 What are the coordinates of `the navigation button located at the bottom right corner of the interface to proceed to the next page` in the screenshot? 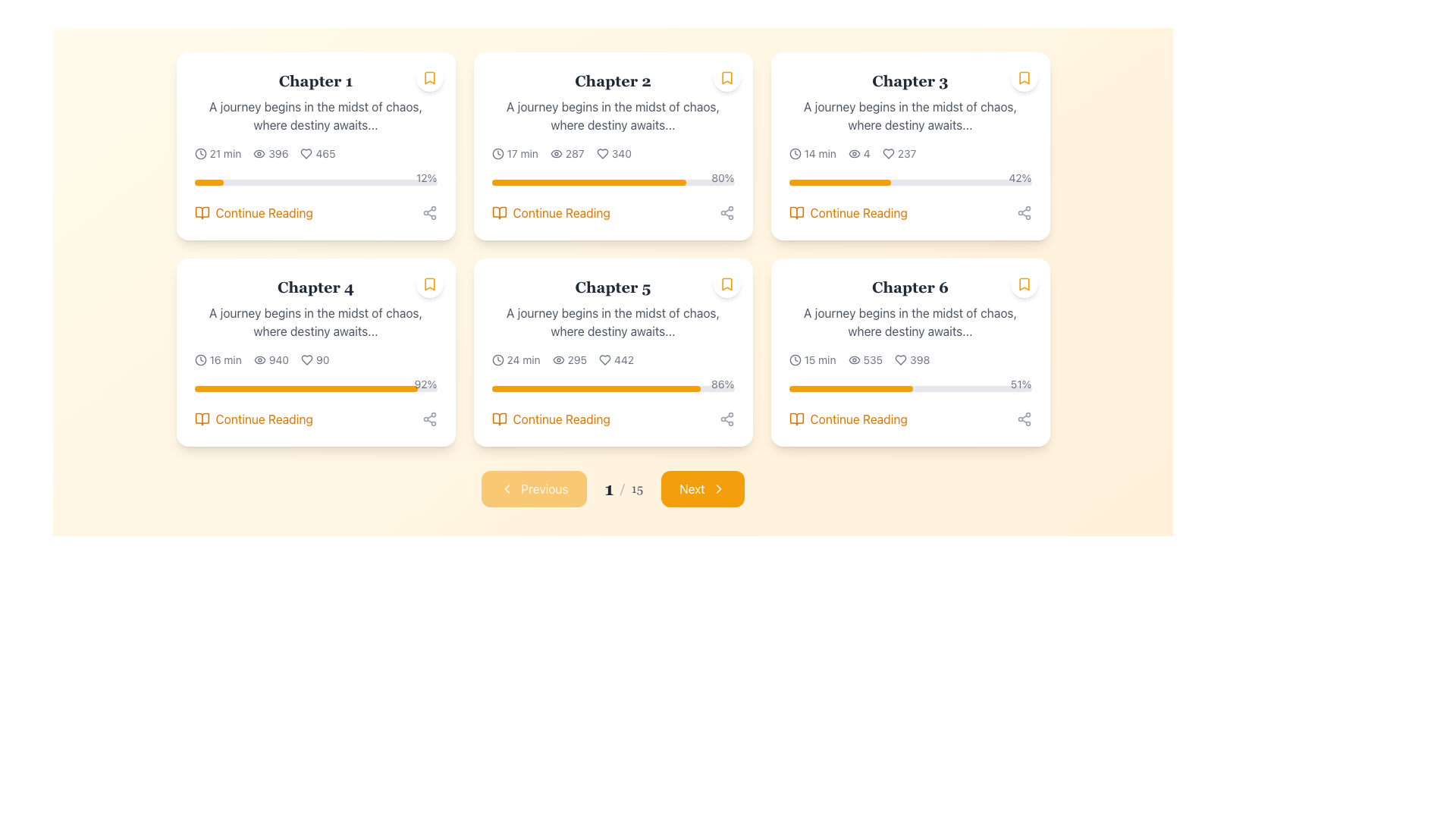 It's located at (701, 488).